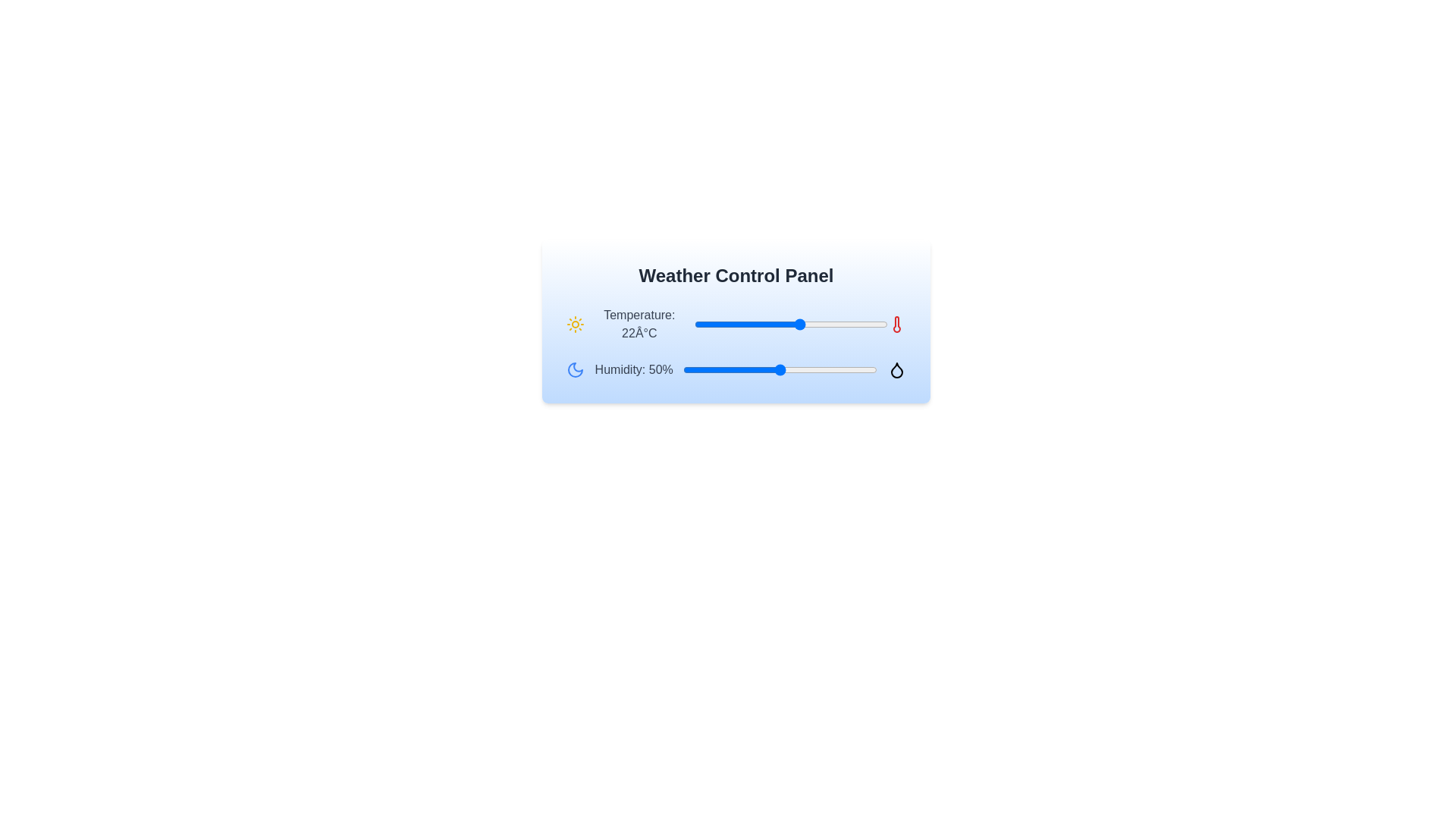 The width and height of the screenshot is (1456, 819). What do you see at coordinates (736, 370) in the screenshot?
I see `the humidity slider to set the humidity to 27%` at bounding box center [736, 370].